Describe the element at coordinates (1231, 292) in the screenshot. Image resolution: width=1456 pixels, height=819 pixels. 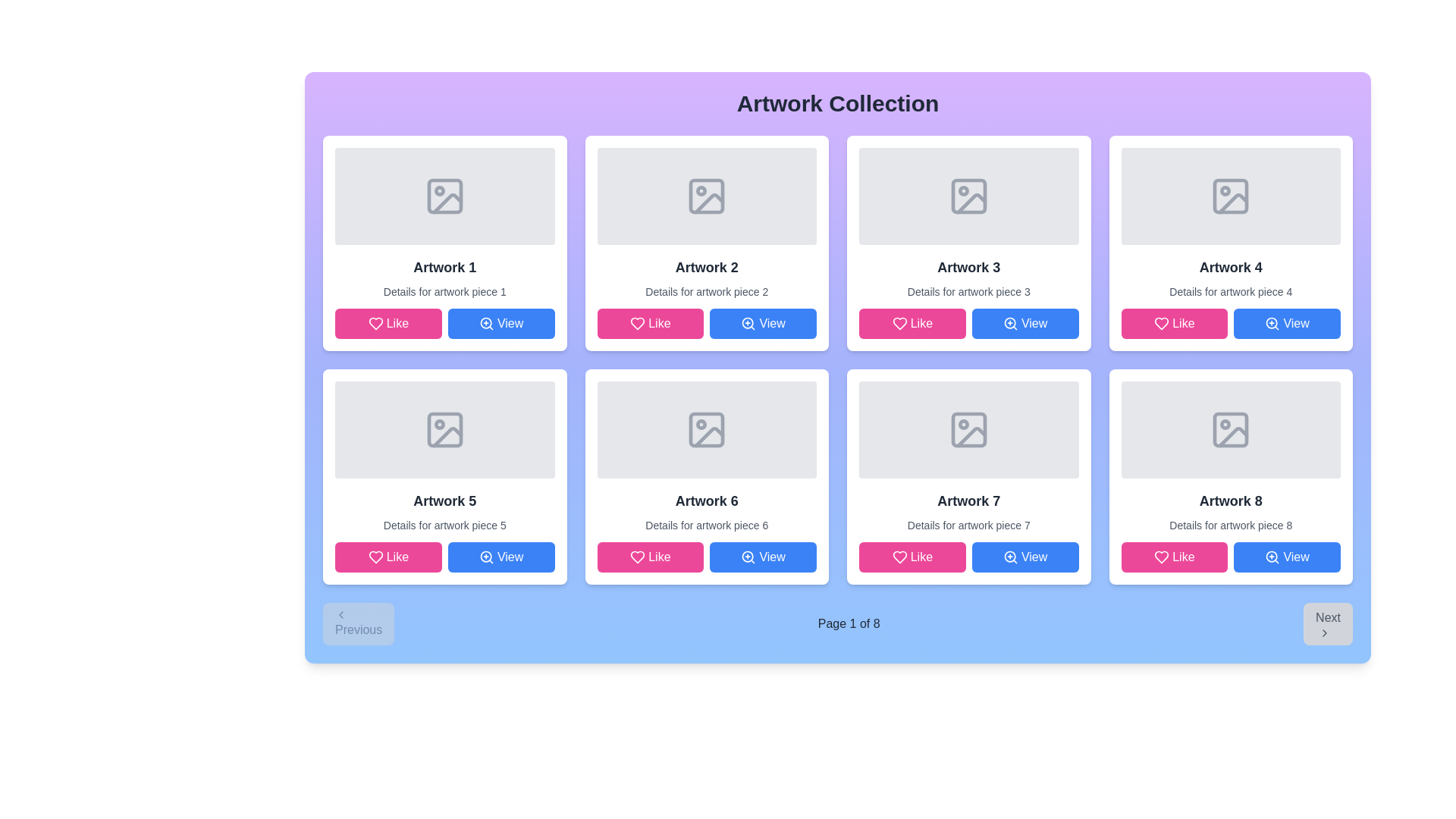
I see `the Text label that provides details related to 'Artwork 4', positioned below the title and above the action buttons` at that location.